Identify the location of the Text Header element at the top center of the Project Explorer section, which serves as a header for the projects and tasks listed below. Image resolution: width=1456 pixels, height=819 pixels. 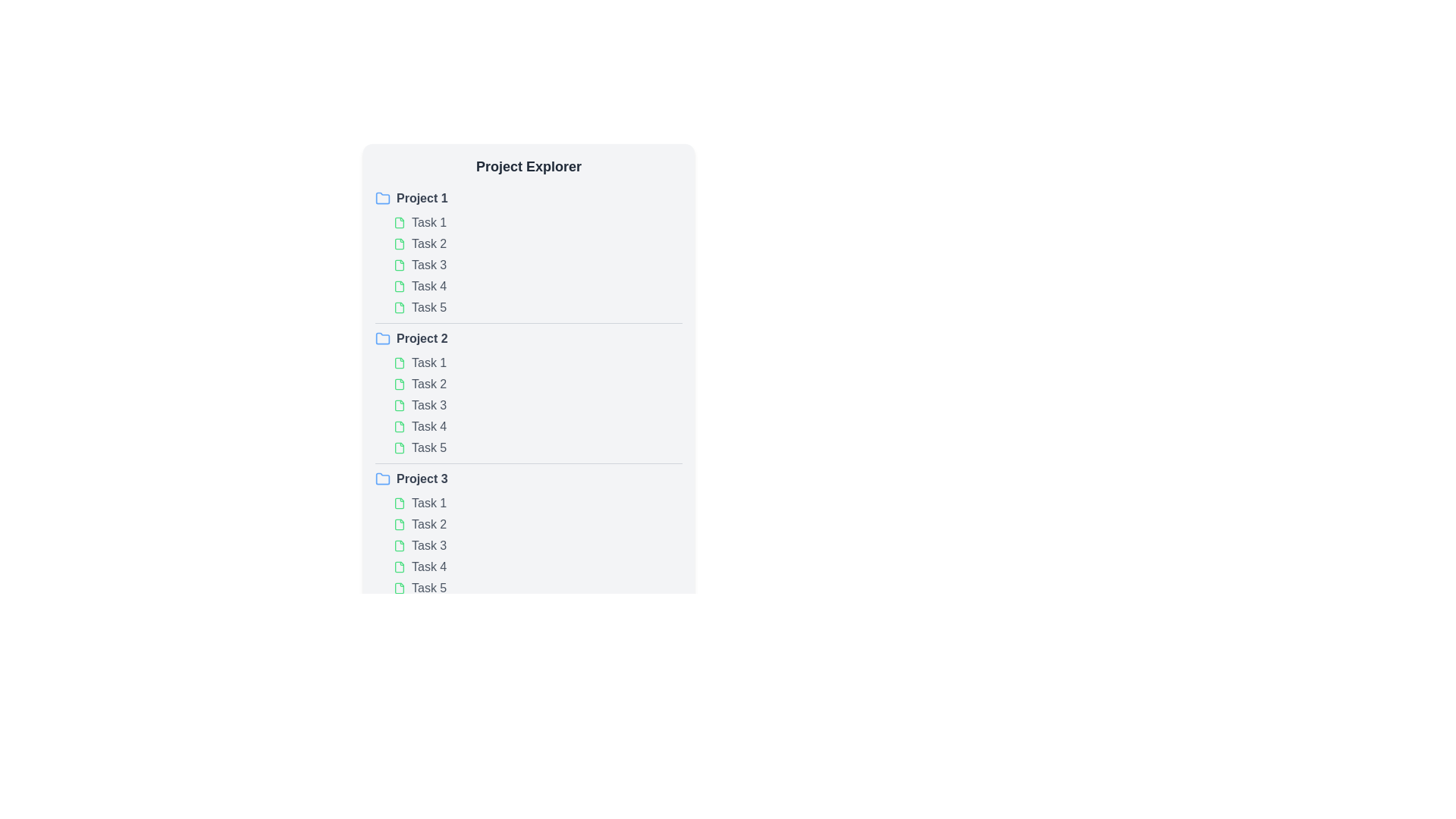
(529, 166).